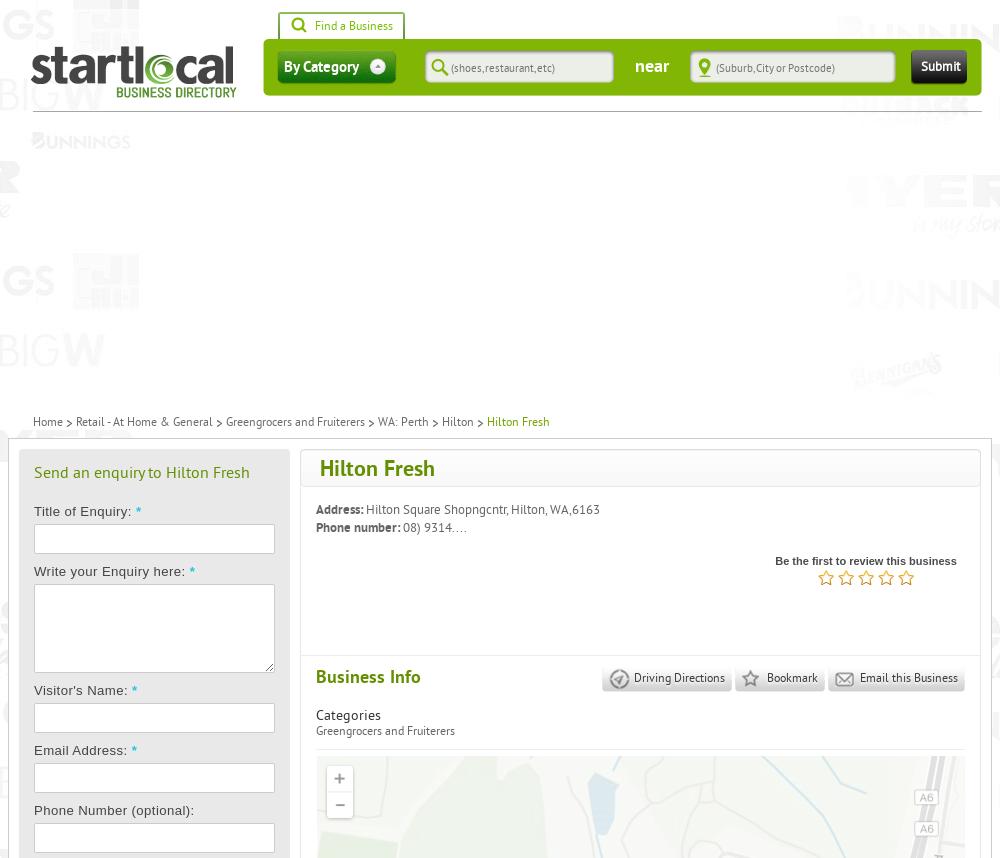 Image resolution: width=1000 pixels, height=858 pixels. What do you see at coordinates (110, 570) in the screenshot?
I see `'Write your Enquiry here:'` at bounding box center [110, 570].